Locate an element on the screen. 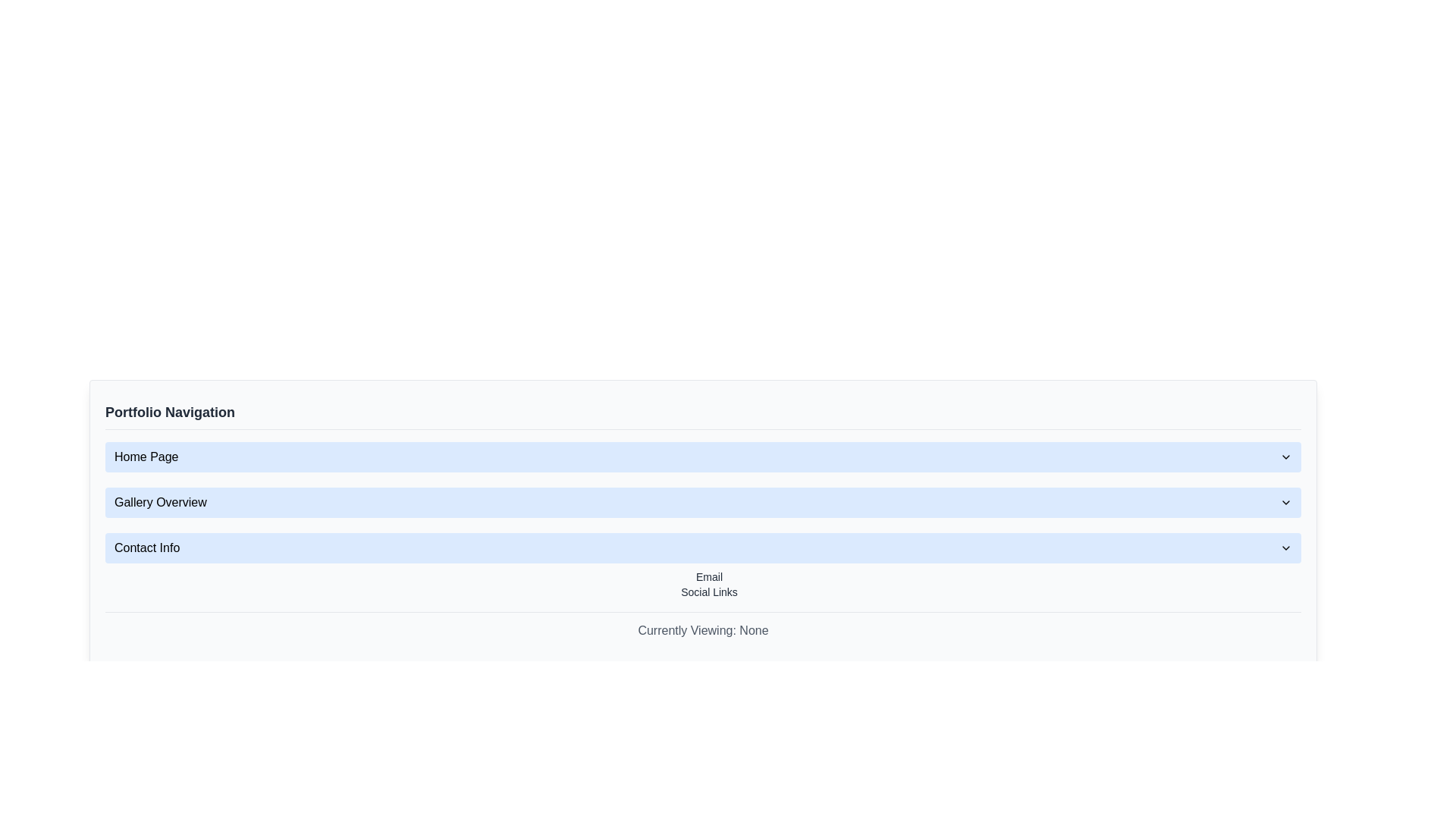  the 'Email' link within the 'Contact Info' collapsible section is located at coordinates (702, 566).